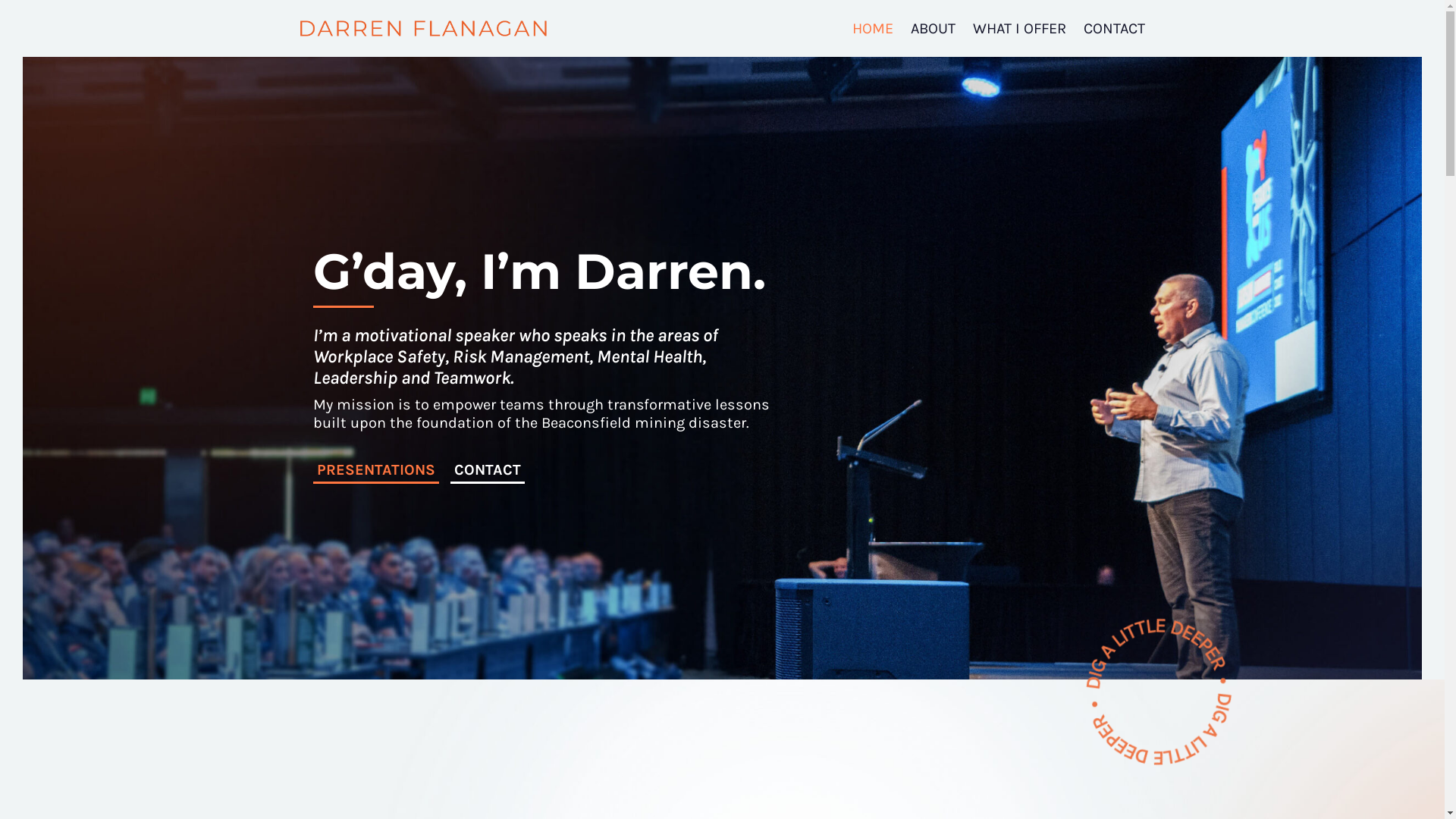 Image resolution: width=1456 pixels, height=819 pixels. I want to click on 'CONTACT', so click(1081, 29).